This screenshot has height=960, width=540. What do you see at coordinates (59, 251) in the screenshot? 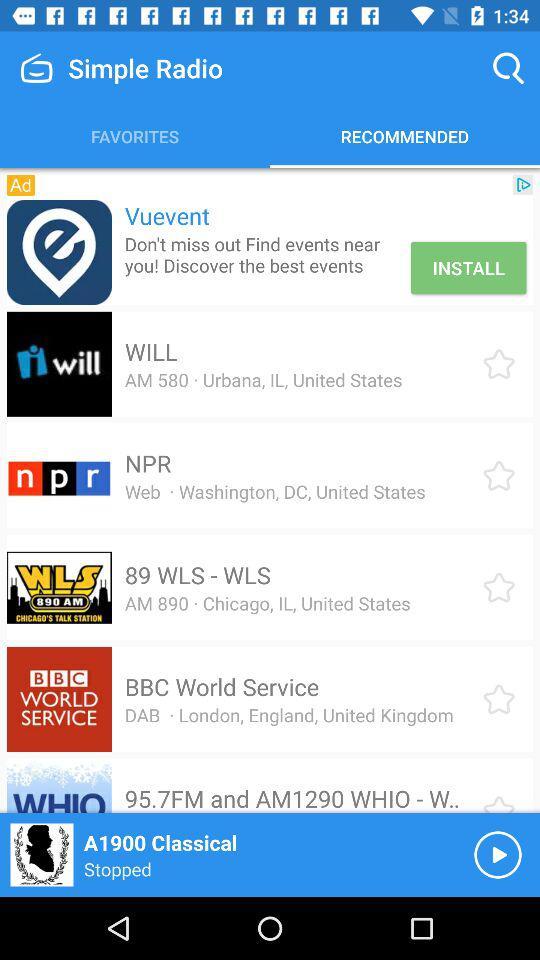
I see `vuevent app icon` at bounding box center [59, 251].